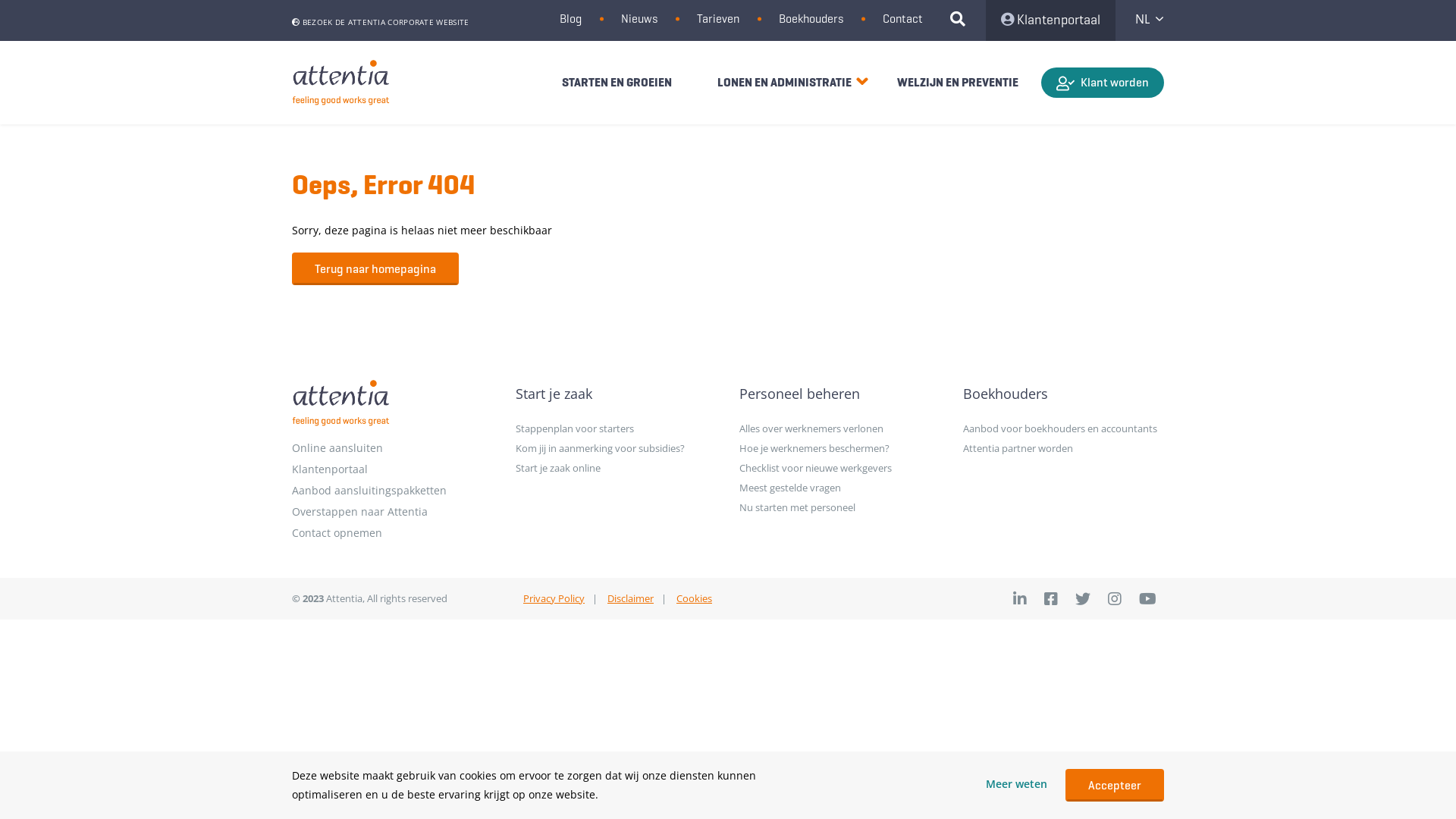 The image size is (1456, 819). I want to click on 'Cookies', so click(693, 598).